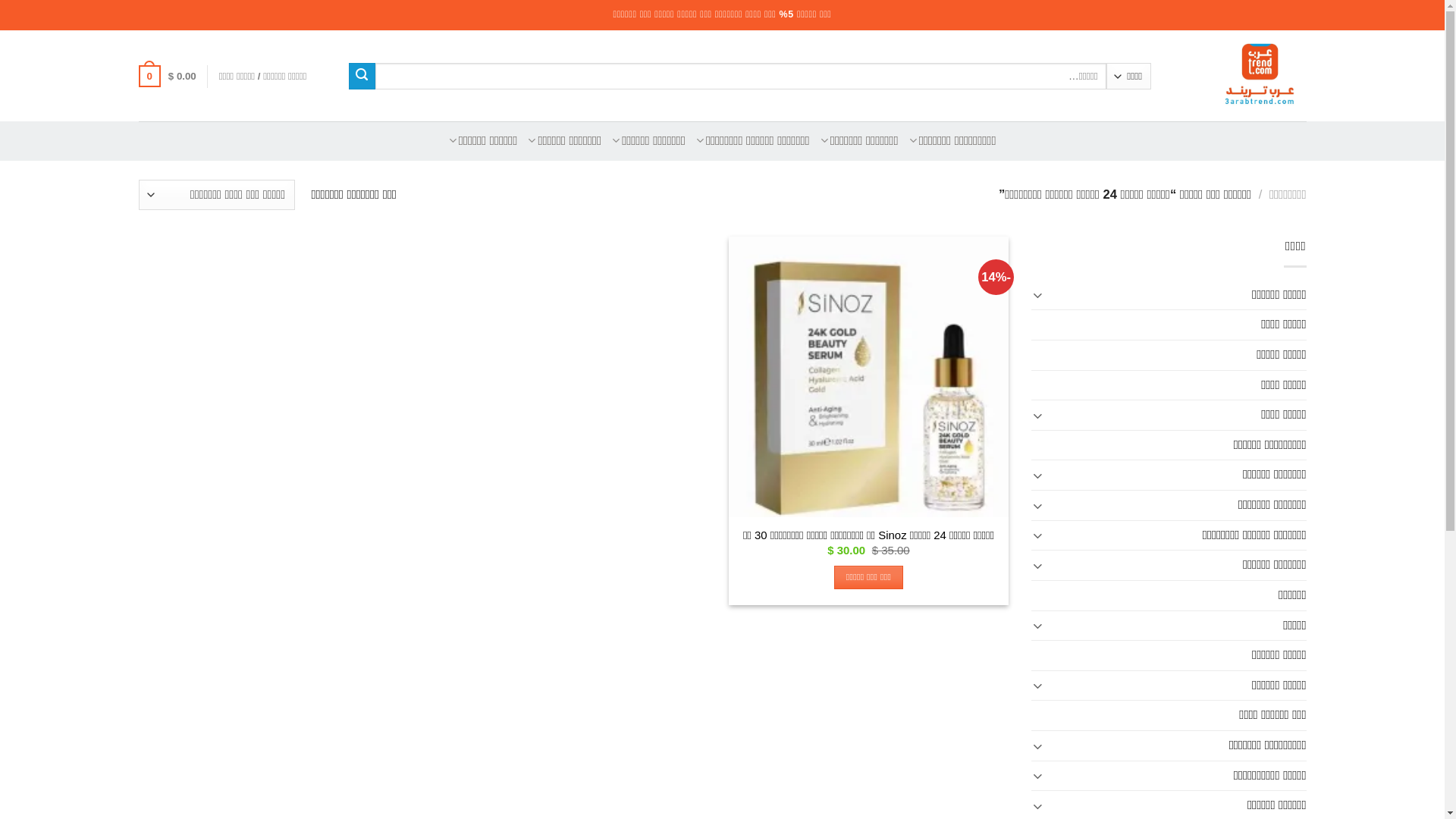 This screenshot has width=1456, height=819. What do you see at coordinates (167, 76) in the screenshot?
I see `'$ 0.00` at bounding box center [167, 76].